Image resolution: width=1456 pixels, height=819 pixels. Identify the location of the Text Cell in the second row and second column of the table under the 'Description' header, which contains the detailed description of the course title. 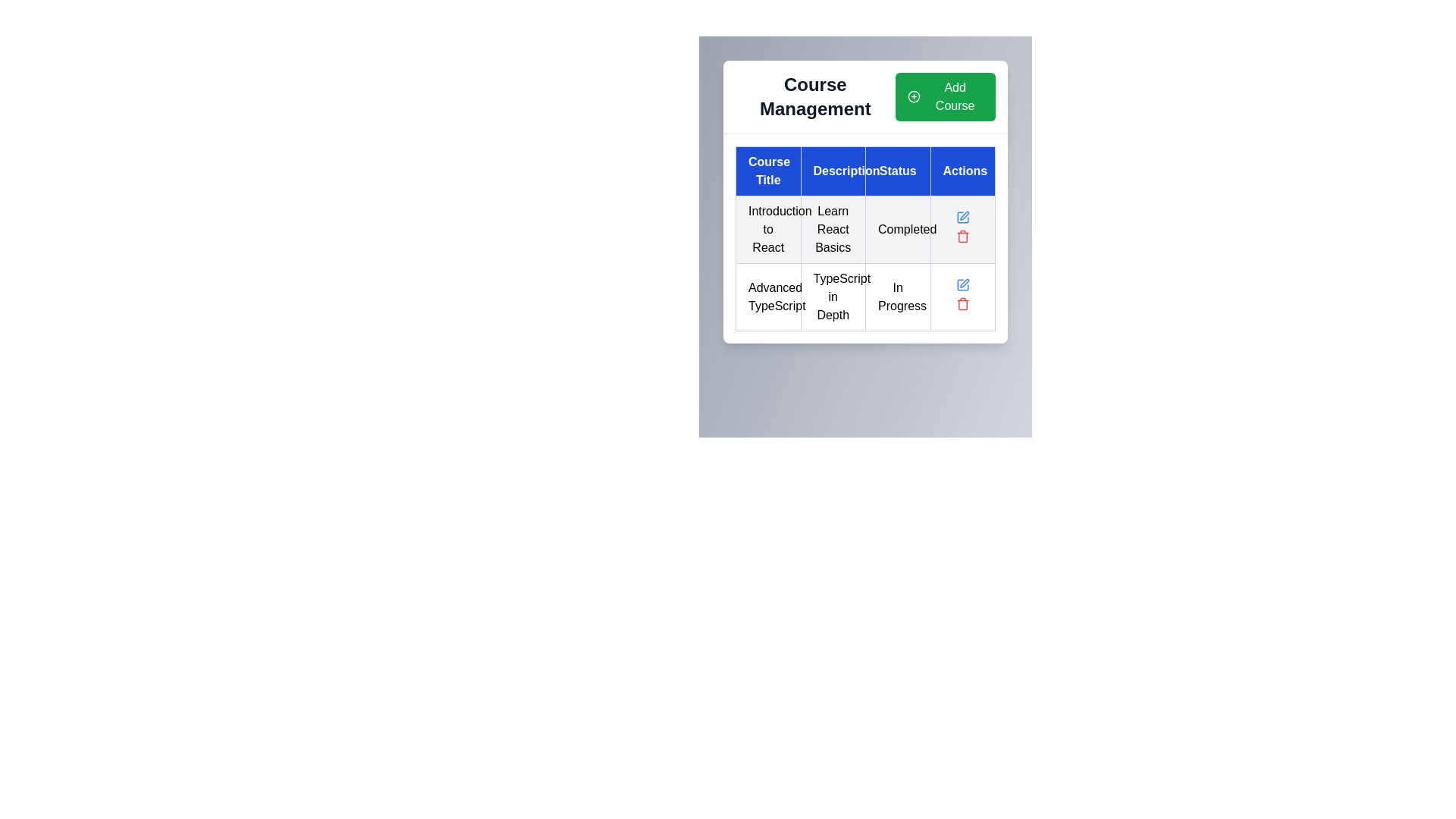
(832, 297).